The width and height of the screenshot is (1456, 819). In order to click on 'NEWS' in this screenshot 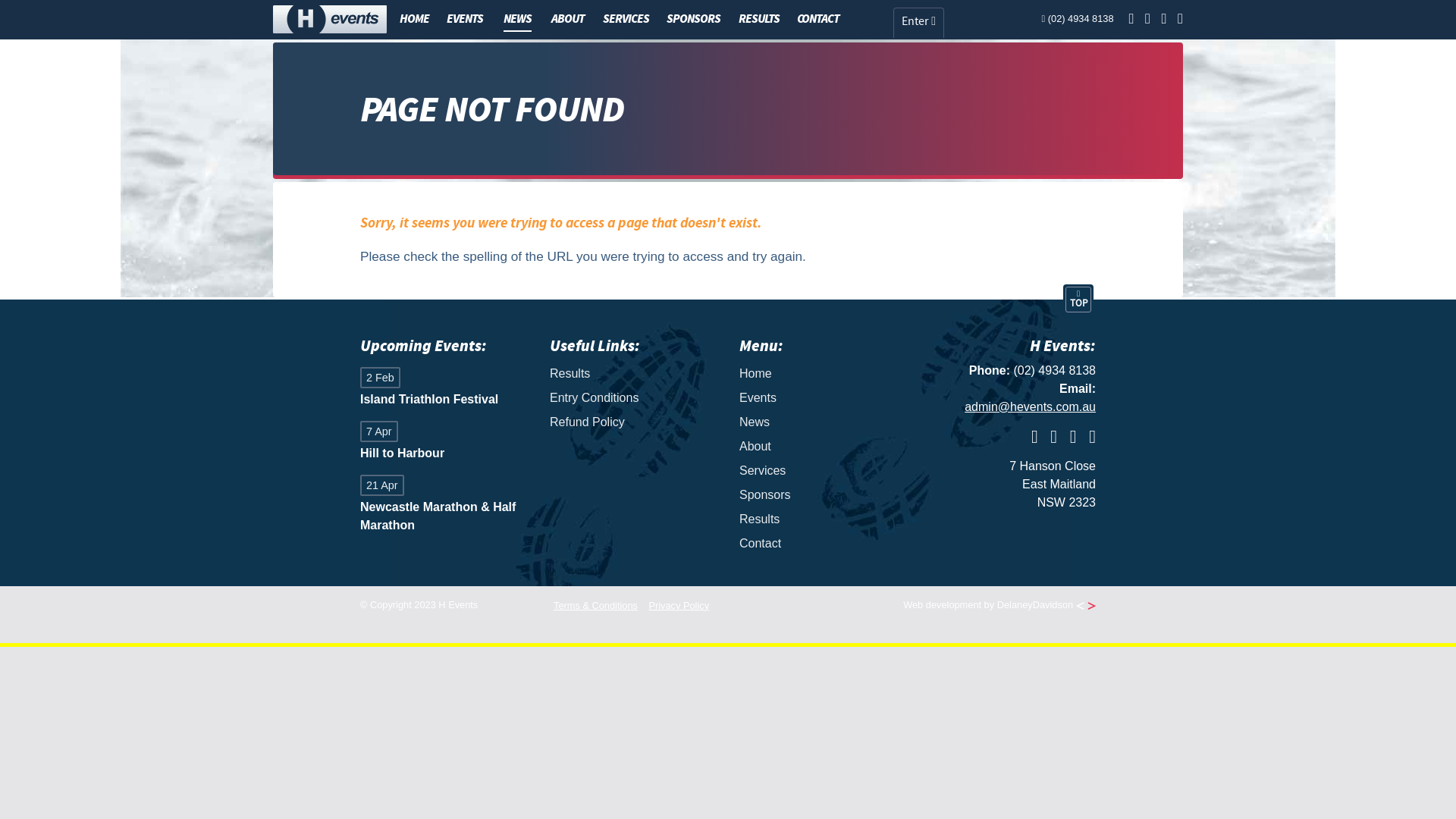, I will do `click(517, 20)`.